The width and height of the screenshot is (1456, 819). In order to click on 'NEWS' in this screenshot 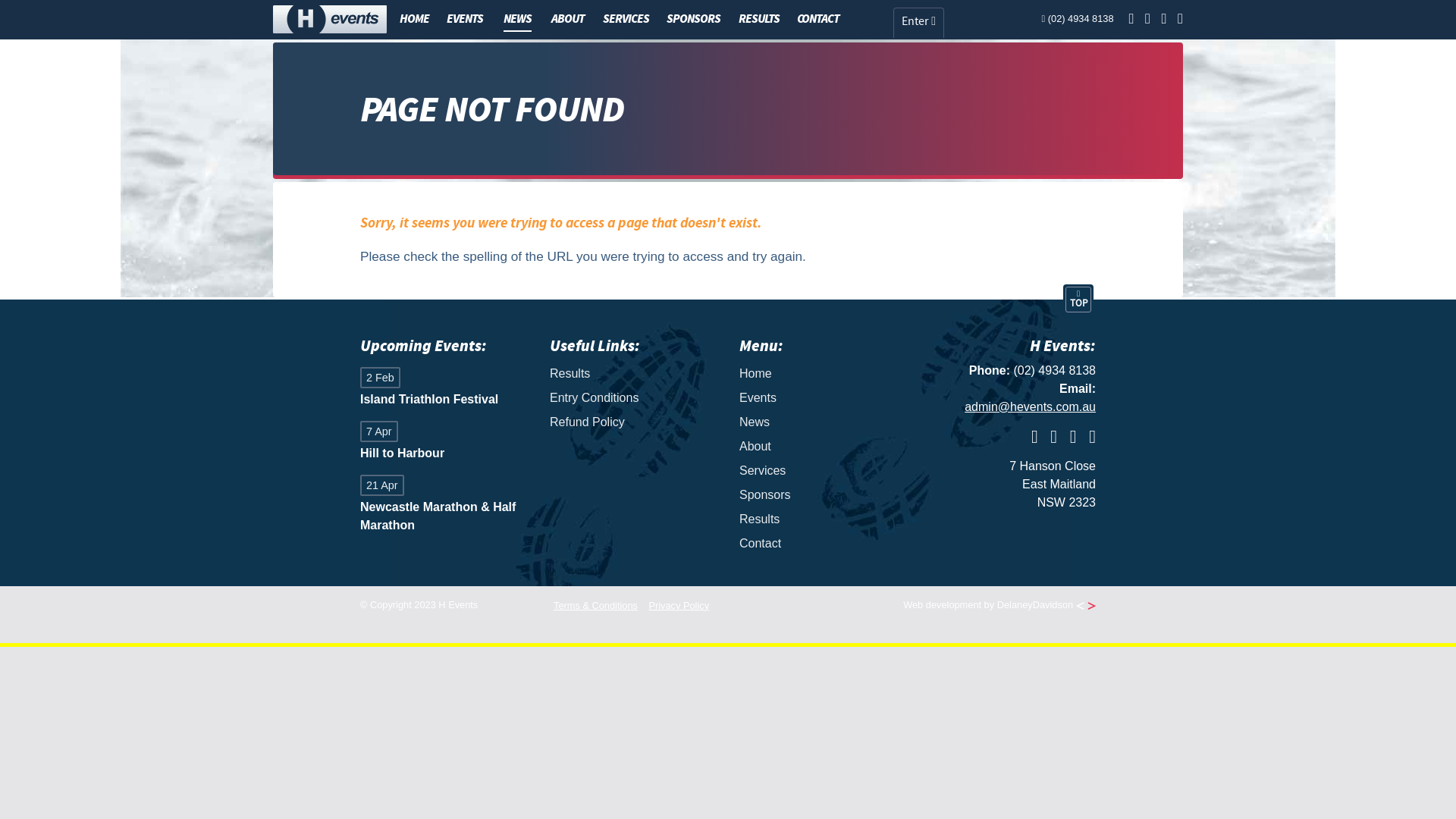, I will do `click(517, 20)`.